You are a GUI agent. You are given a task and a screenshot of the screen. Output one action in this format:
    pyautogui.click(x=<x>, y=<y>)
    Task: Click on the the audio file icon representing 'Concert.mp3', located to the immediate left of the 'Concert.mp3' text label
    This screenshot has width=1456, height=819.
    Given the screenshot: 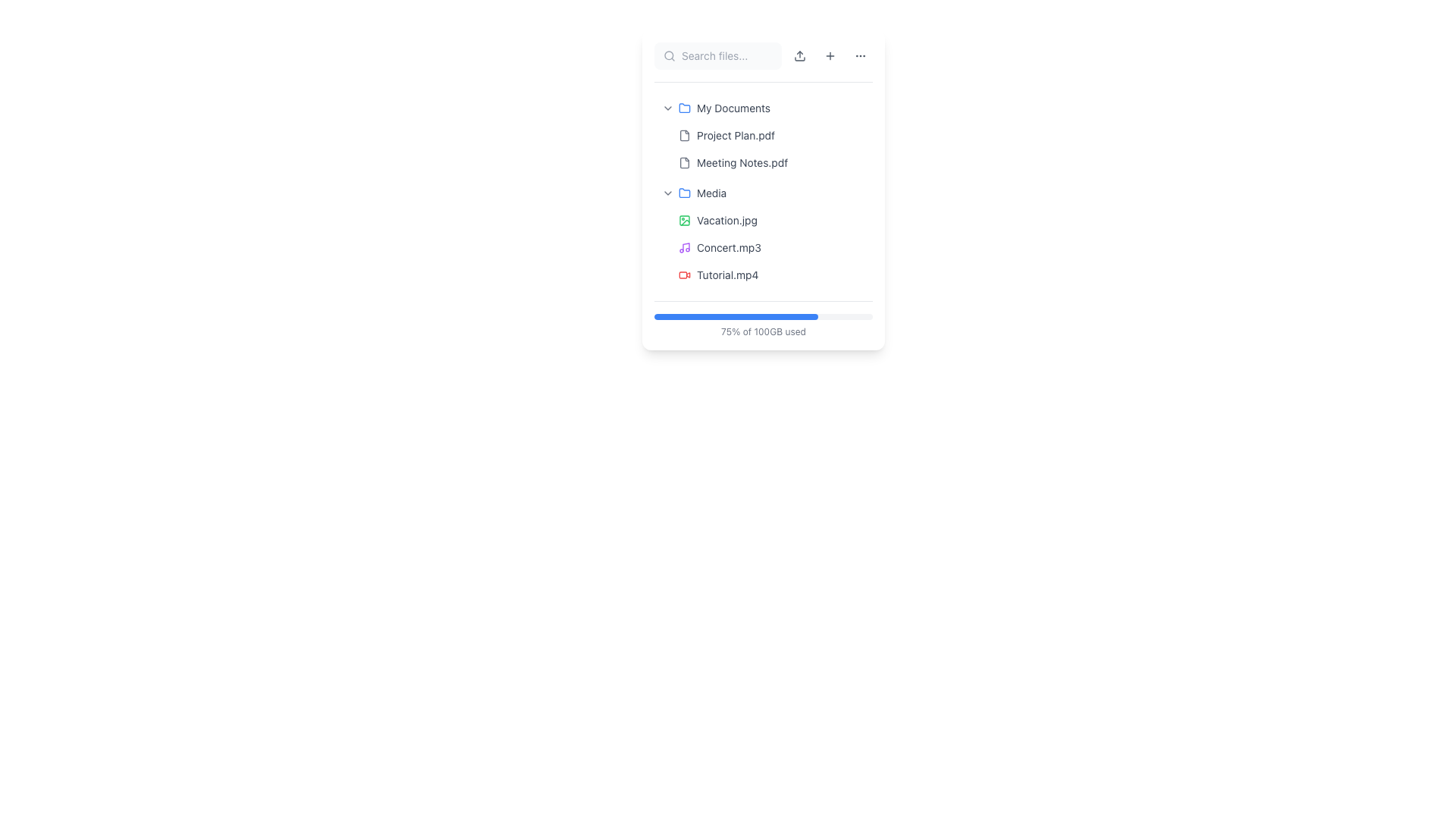 What is the action you would take?
    pyautogui.click(x=683, y=247)
    